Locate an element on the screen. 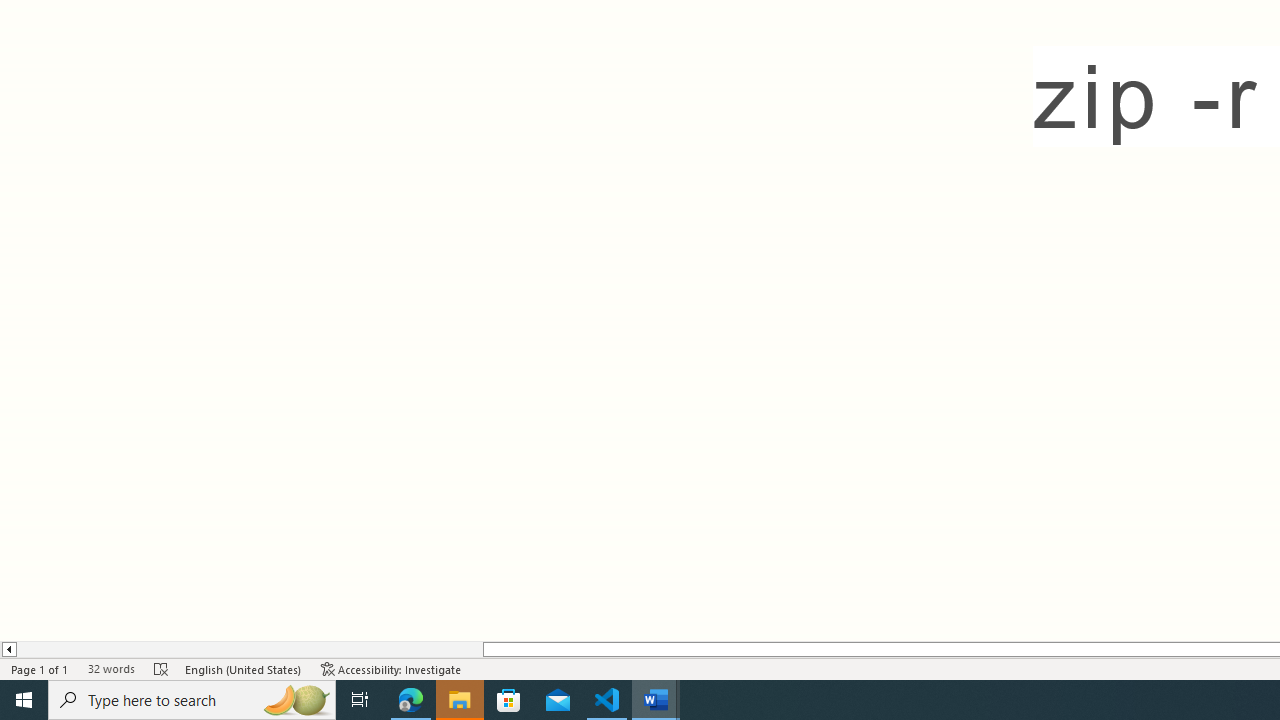  'Word Count 32 words' is located at coordinates (110, 669).